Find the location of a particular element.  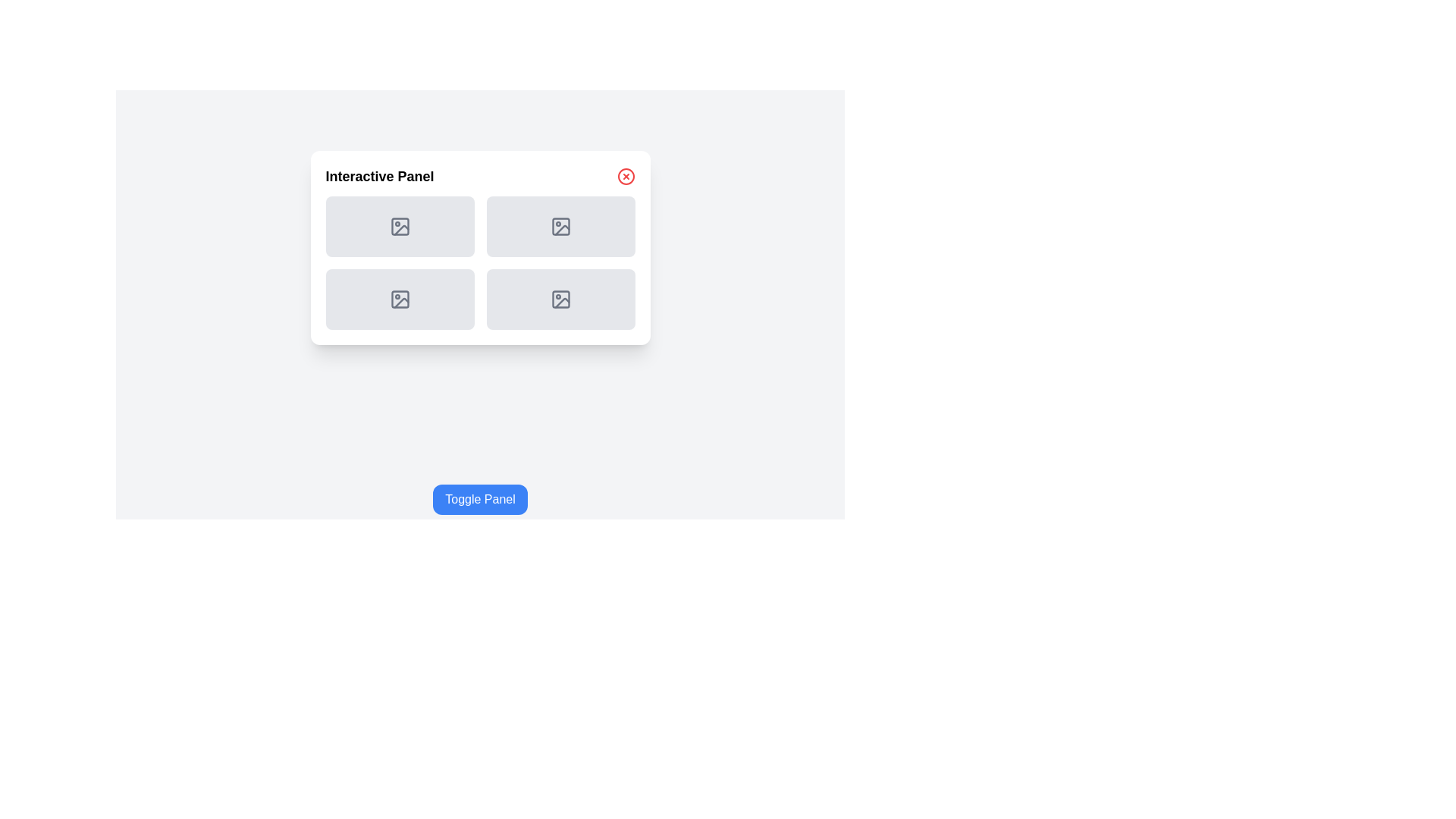

the decorative icon located in the second row and first column of the 2x2 grid within the 'Interactive Panel' is located at coordinates (400, 299).